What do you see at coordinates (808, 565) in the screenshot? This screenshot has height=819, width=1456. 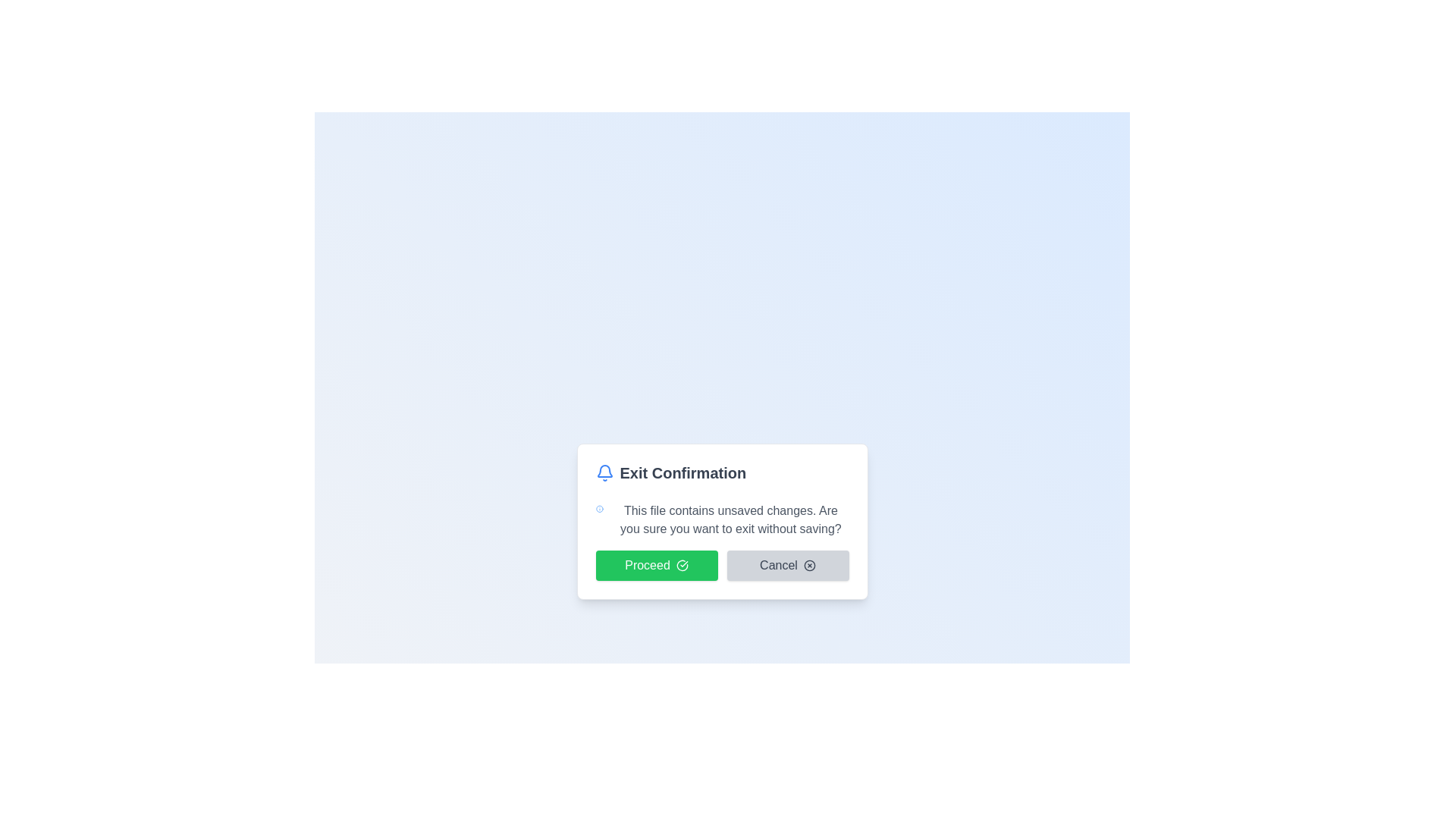 I see `the circular icon with a cross inside, which is located to the right of the 'Cancel' button's text in the modal window` at bounding box center [808, 565].